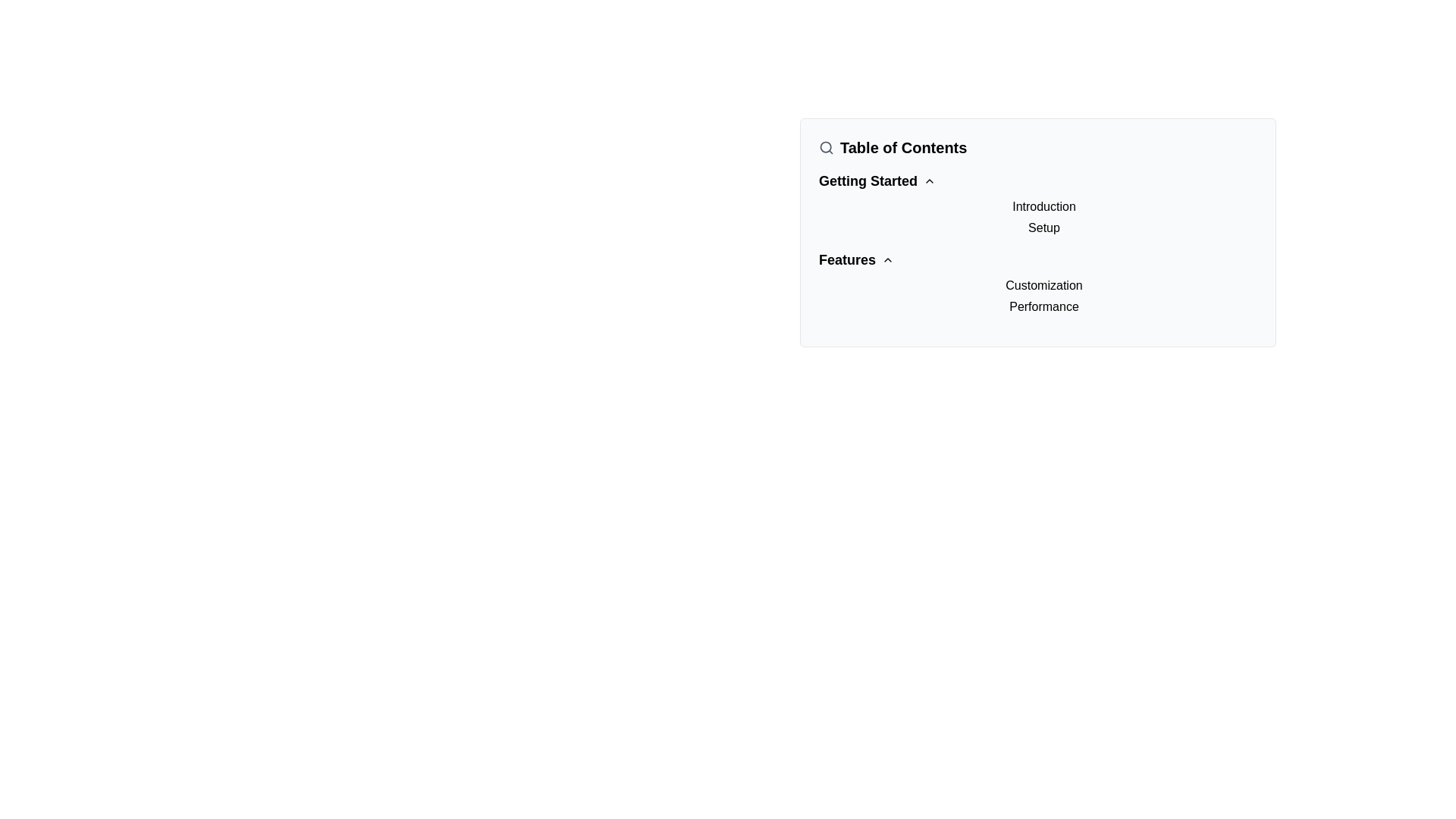 The image size is (1456, 819). What do you see at coordinates (856, 259) in the screenshot?
I see `the 'Features' heading or the upward-facing chevron icon` at bounding box center [856, 259].